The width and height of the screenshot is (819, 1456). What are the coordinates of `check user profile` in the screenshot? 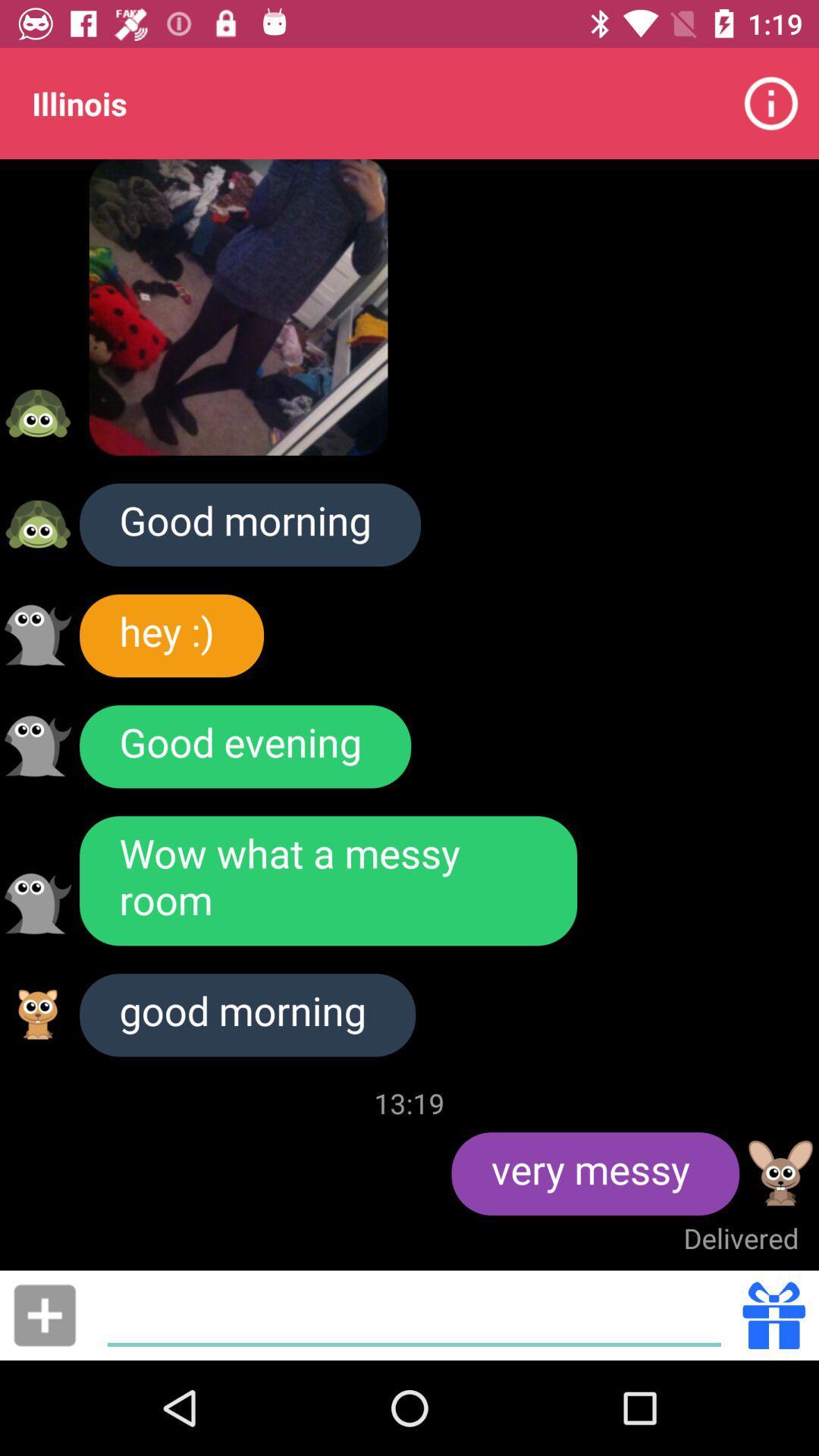 It's located at (37, 524).